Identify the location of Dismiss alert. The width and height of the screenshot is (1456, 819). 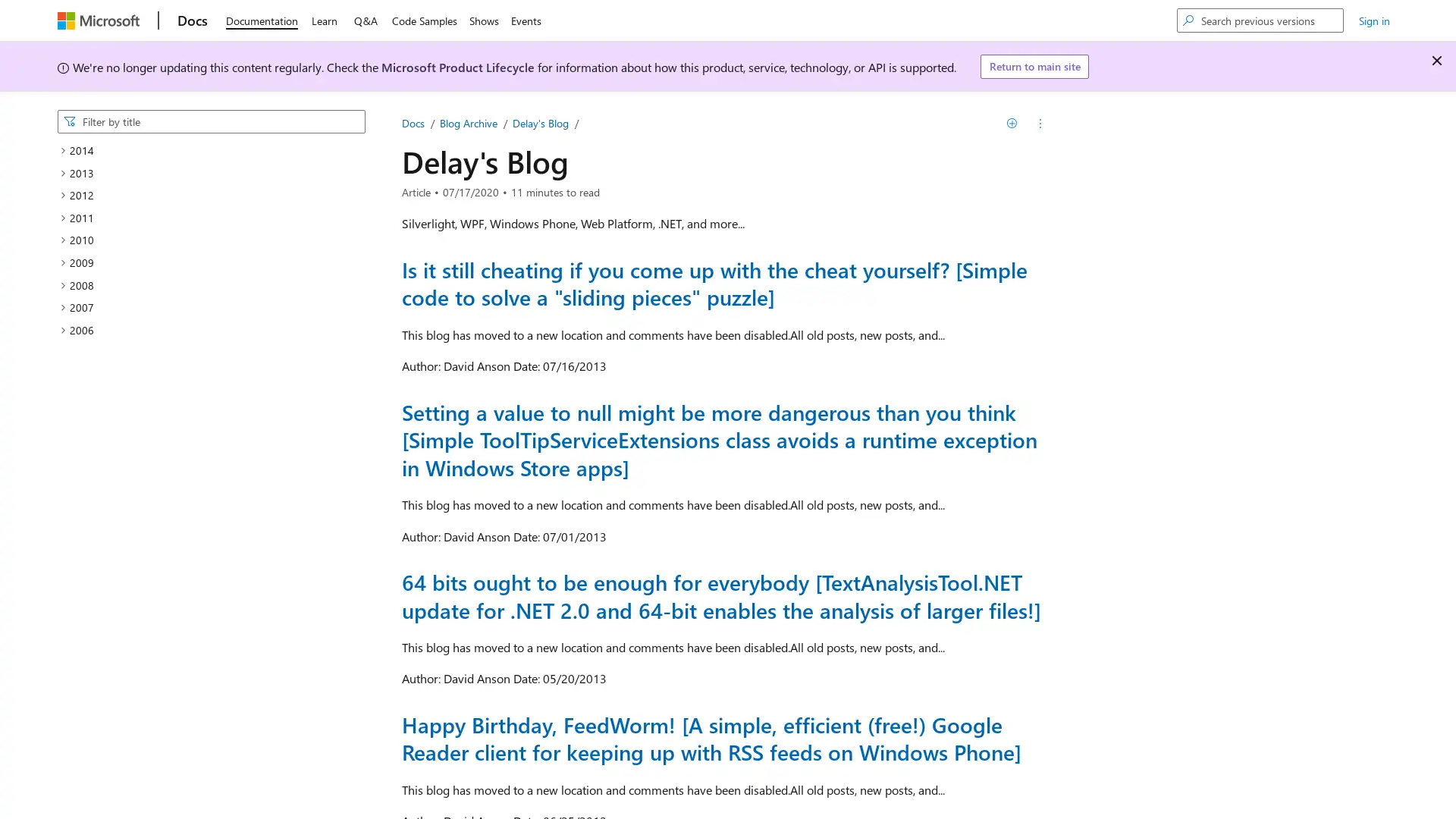
(1436, 60).